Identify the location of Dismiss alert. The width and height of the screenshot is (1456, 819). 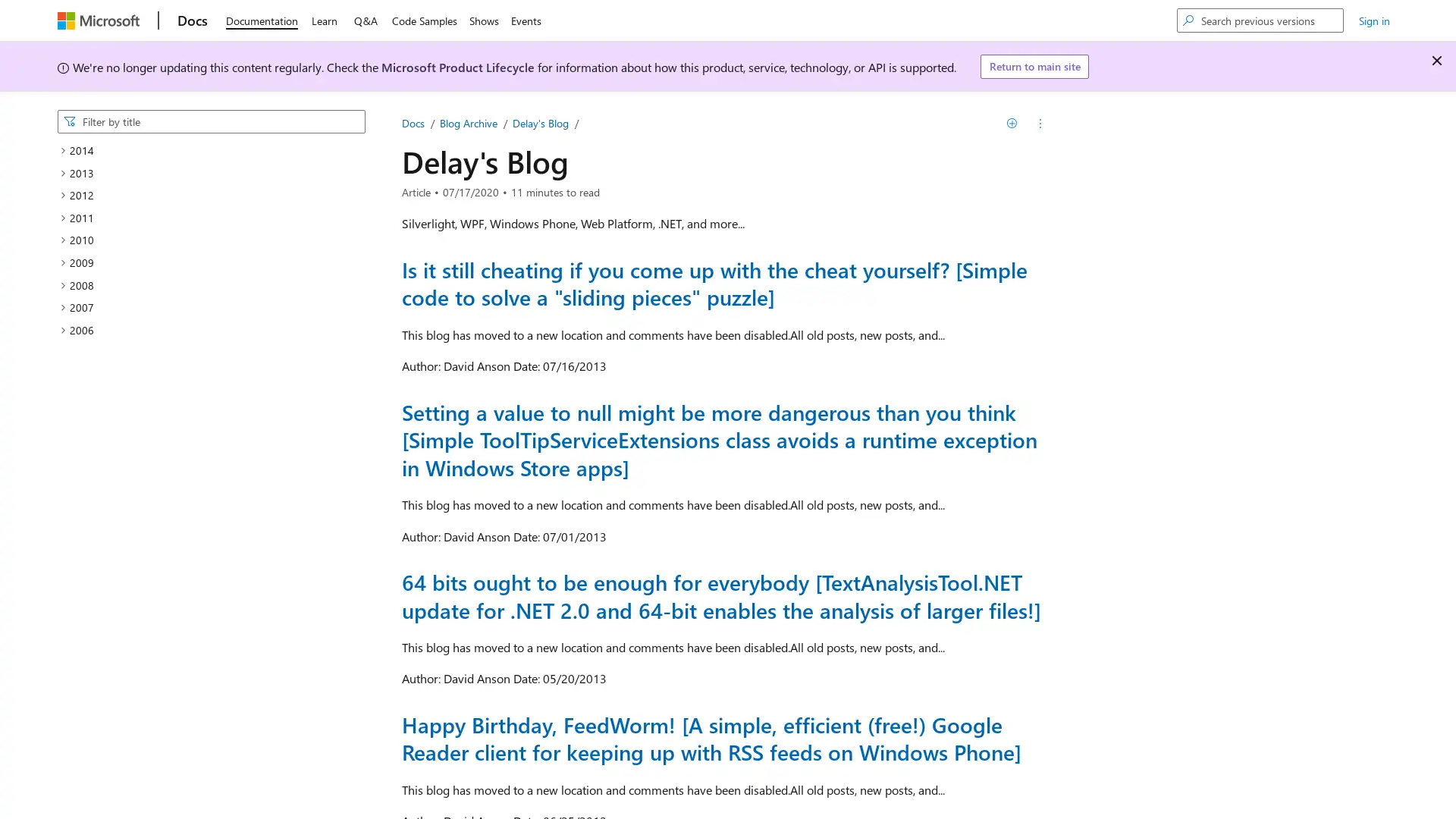
(1436, 60).